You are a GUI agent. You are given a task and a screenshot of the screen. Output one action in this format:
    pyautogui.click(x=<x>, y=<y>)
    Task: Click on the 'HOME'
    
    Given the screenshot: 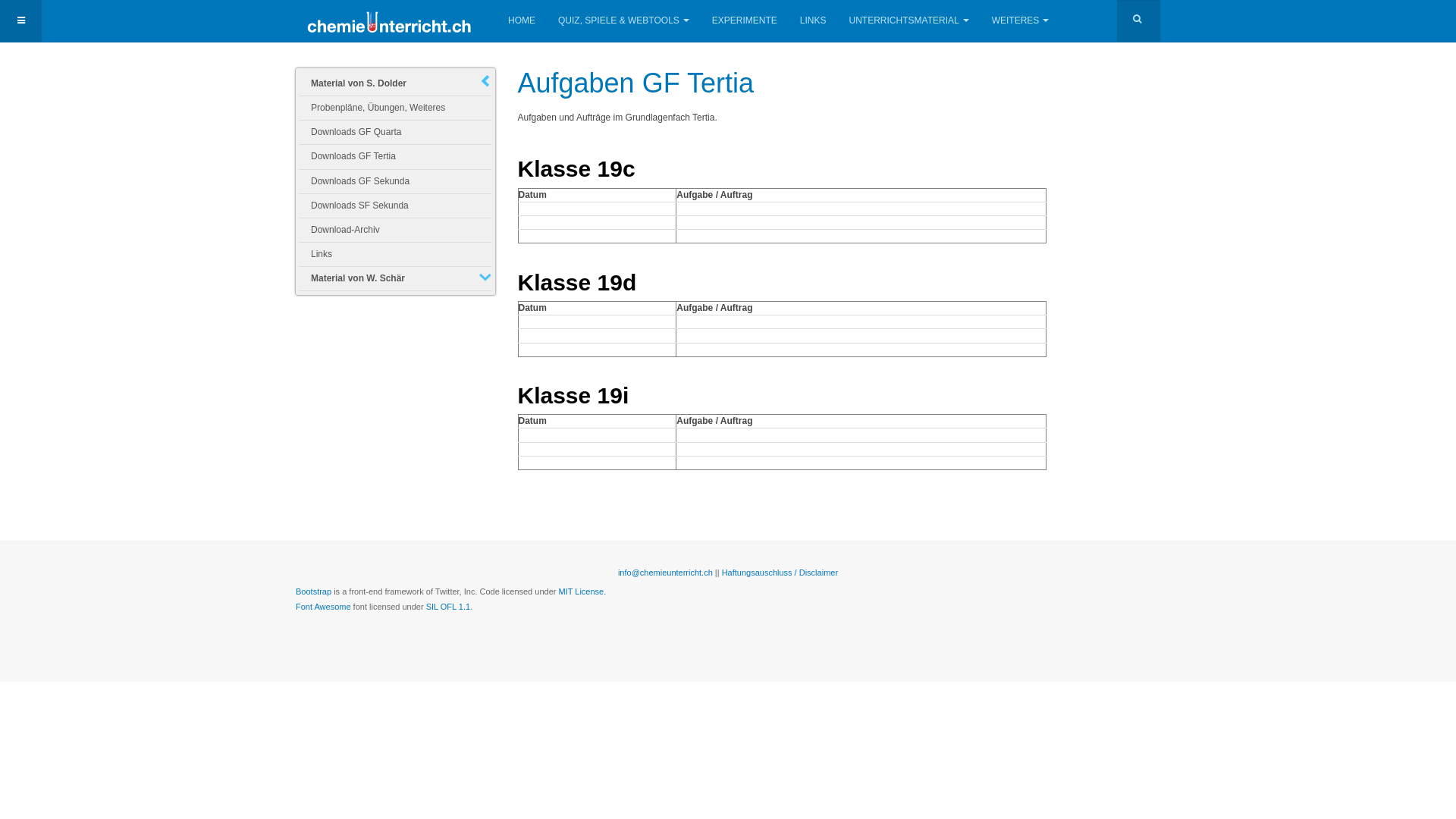 What is the action you would take?
    pyautogui.click(x=521, y=20)
    